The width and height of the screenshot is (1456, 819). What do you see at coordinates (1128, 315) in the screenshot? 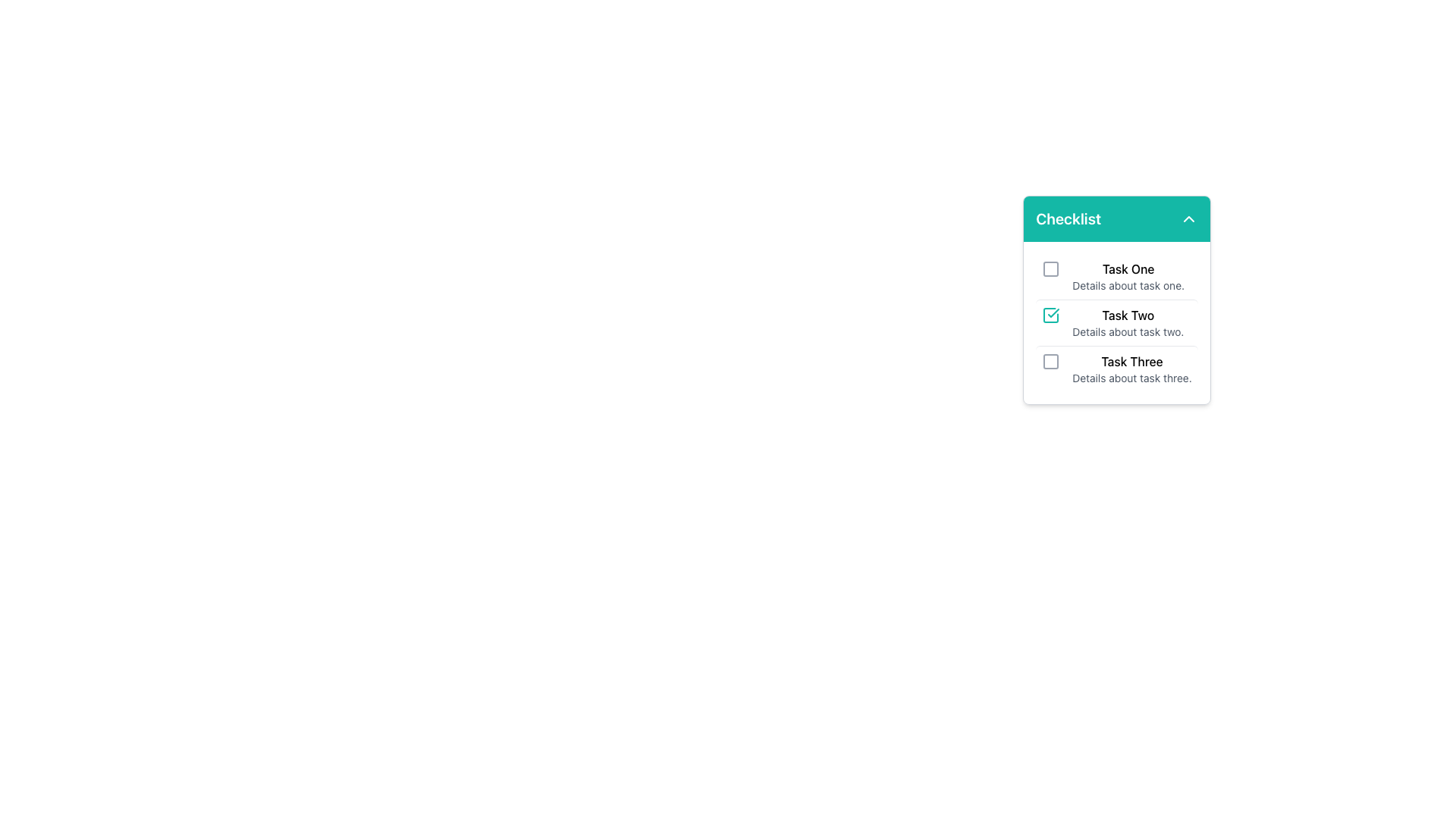
I see `the text label for the second task in the checklist, located directly right of the checkbox and above the text 'Details about task two.'` at bounding box center [1128, 315].